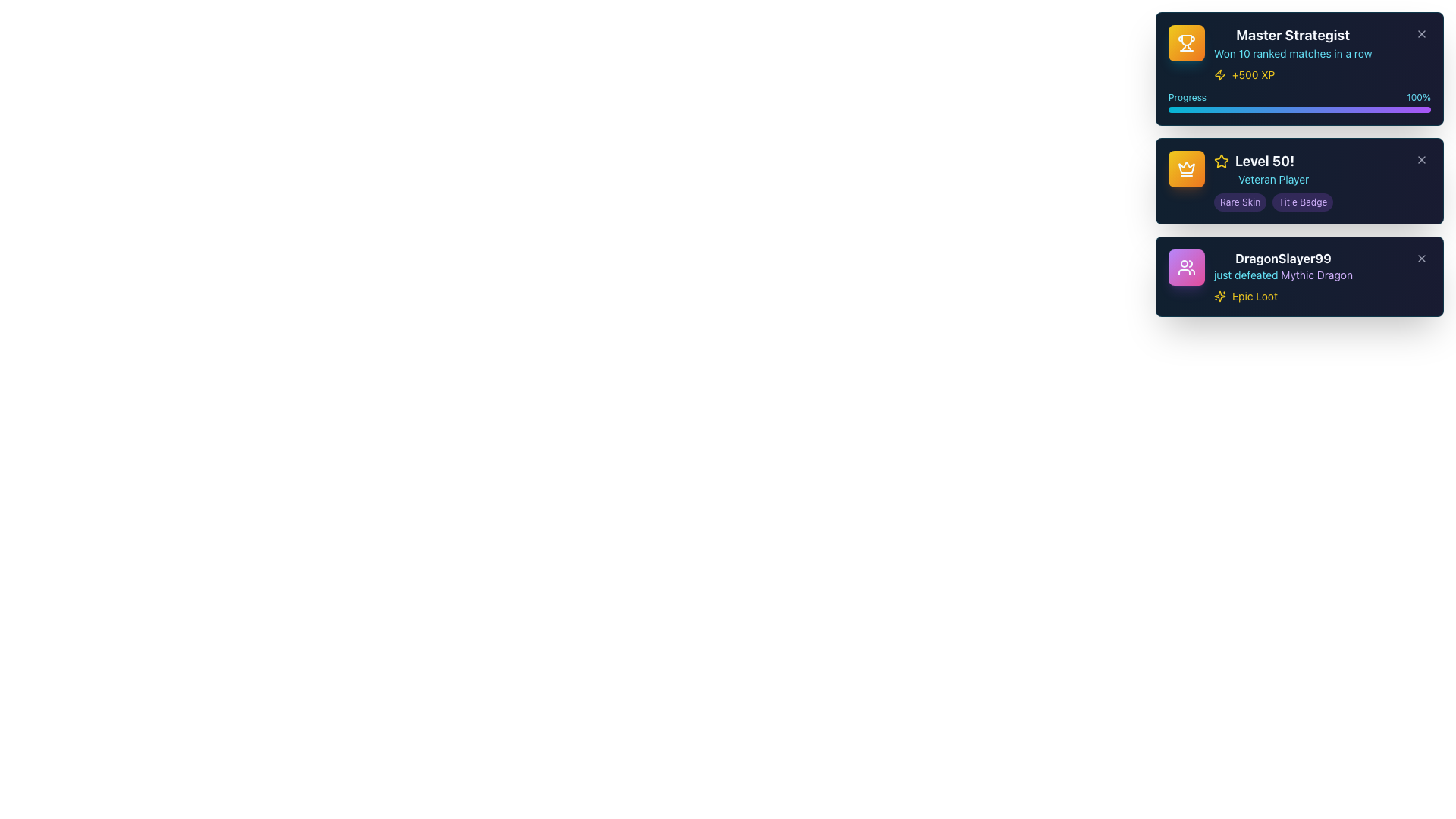 The image size is (1456, 819). I want to click on the descriptive message text within the notification card that provides context about the recent achievement of user 'DragonSlayer99', so click(1282, 275).